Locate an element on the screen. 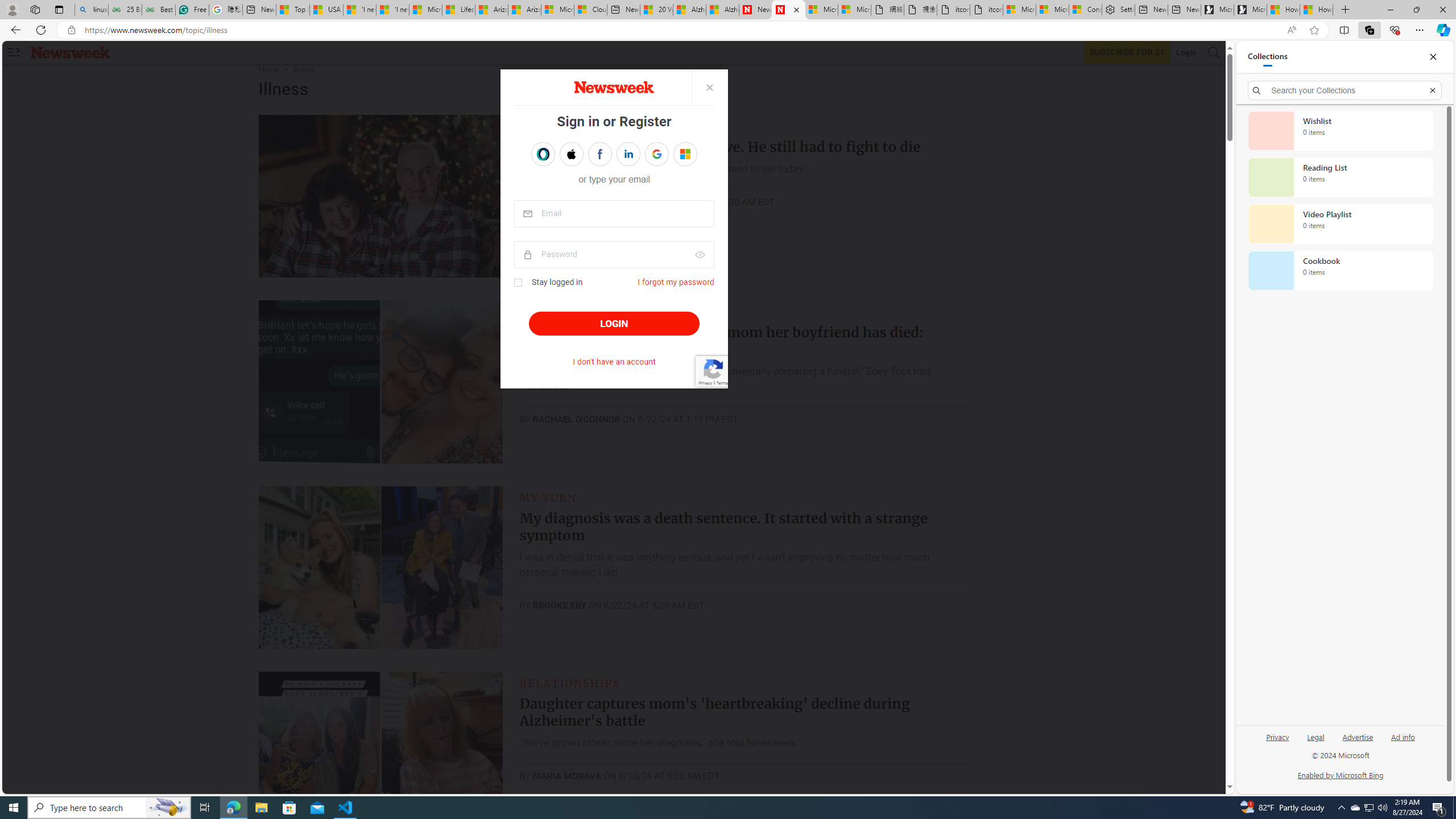 The height and width of the screenshot is (819, 1456). 'Exit search' is located at coordinates (1433, 90).